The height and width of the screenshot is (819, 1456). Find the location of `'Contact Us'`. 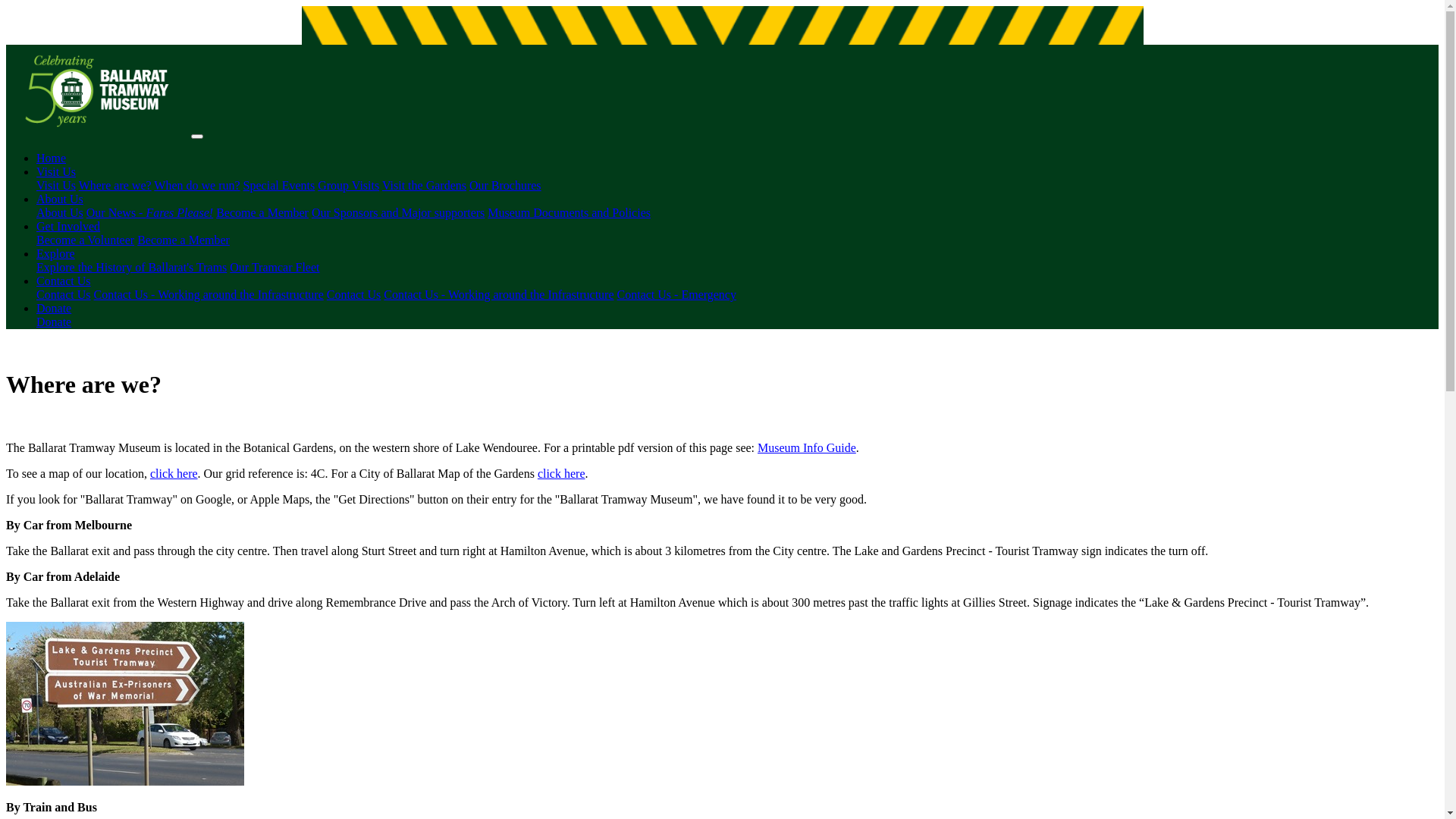

'Contact Us' is located at coordinates (62, 281).